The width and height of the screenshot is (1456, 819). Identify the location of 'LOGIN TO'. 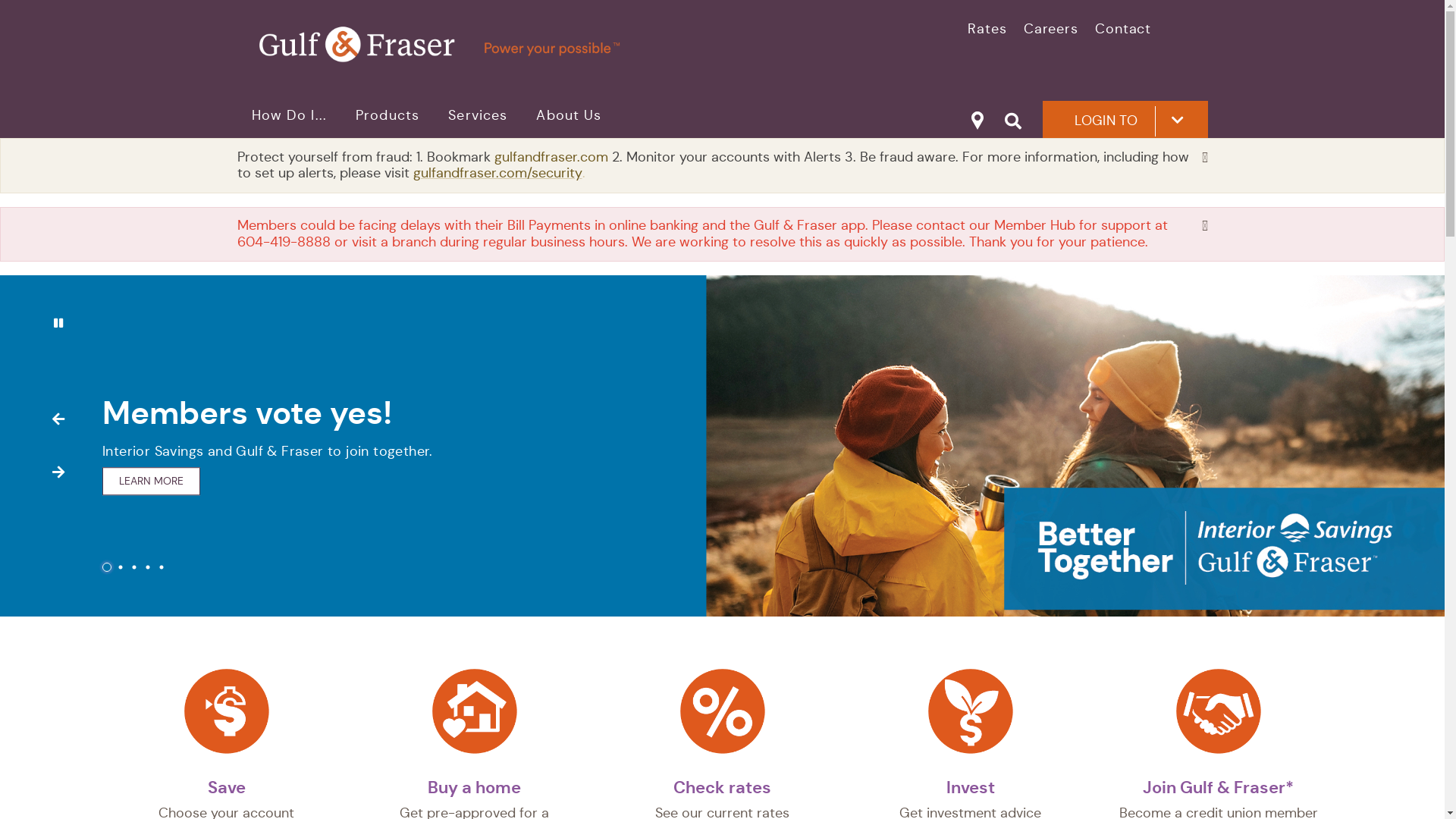
(1125, 118).